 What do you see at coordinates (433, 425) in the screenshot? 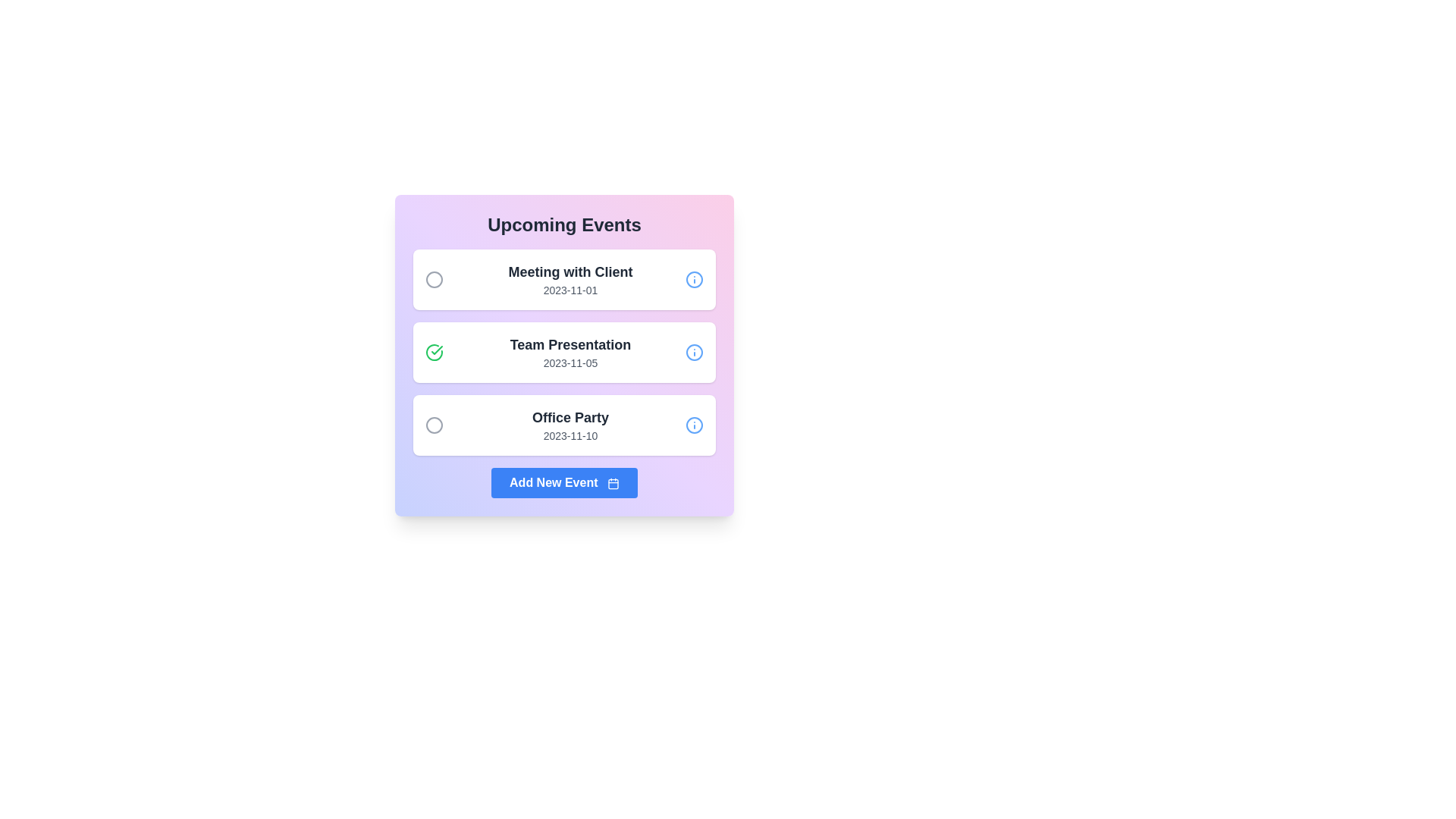
I see `the leftmost icon of the 'Office Party' entry, which is located in the third card from the top in the list` at bounding box center [433, 425].